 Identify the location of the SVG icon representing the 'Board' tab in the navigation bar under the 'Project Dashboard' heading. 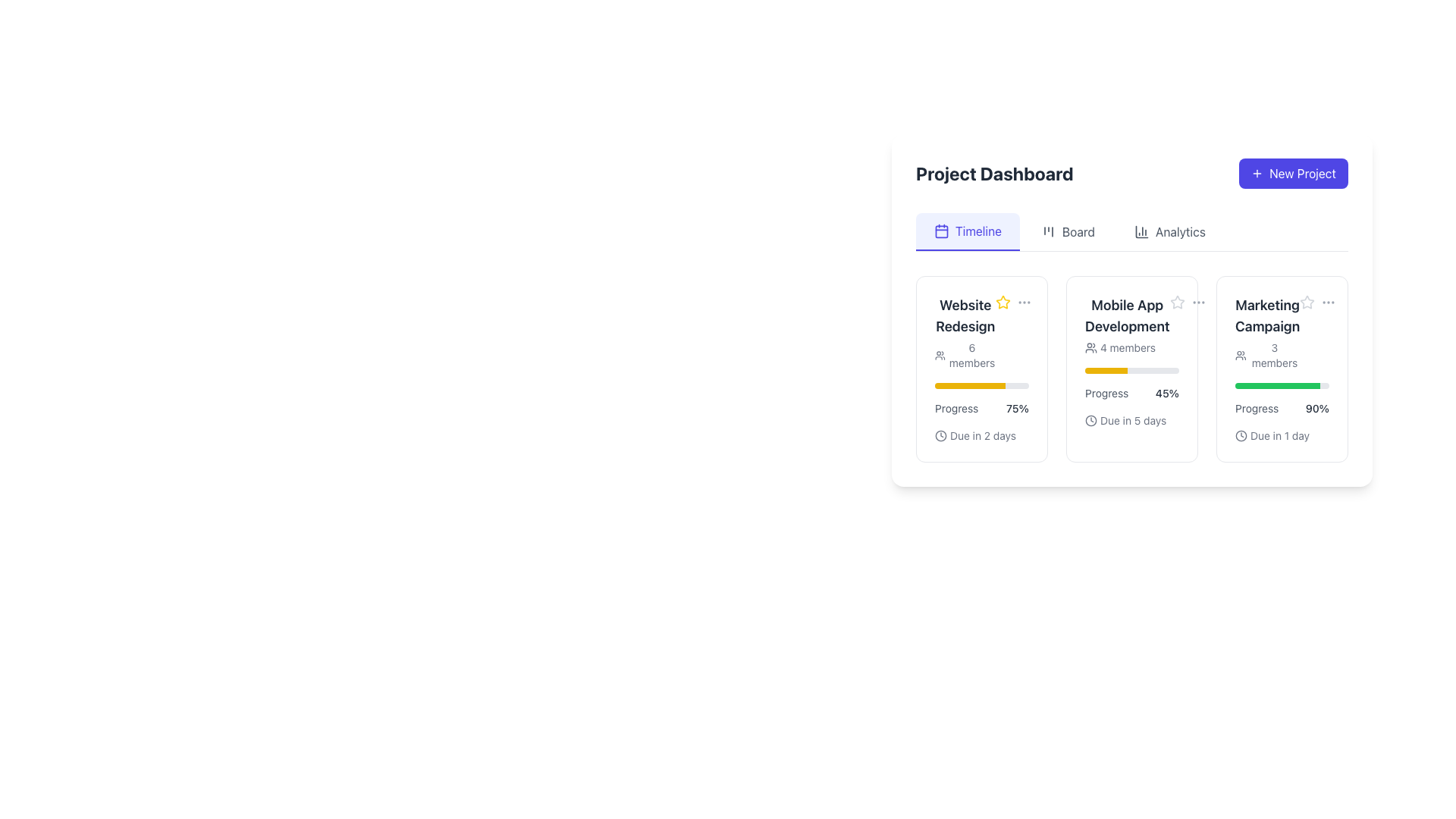
(1047, 231).